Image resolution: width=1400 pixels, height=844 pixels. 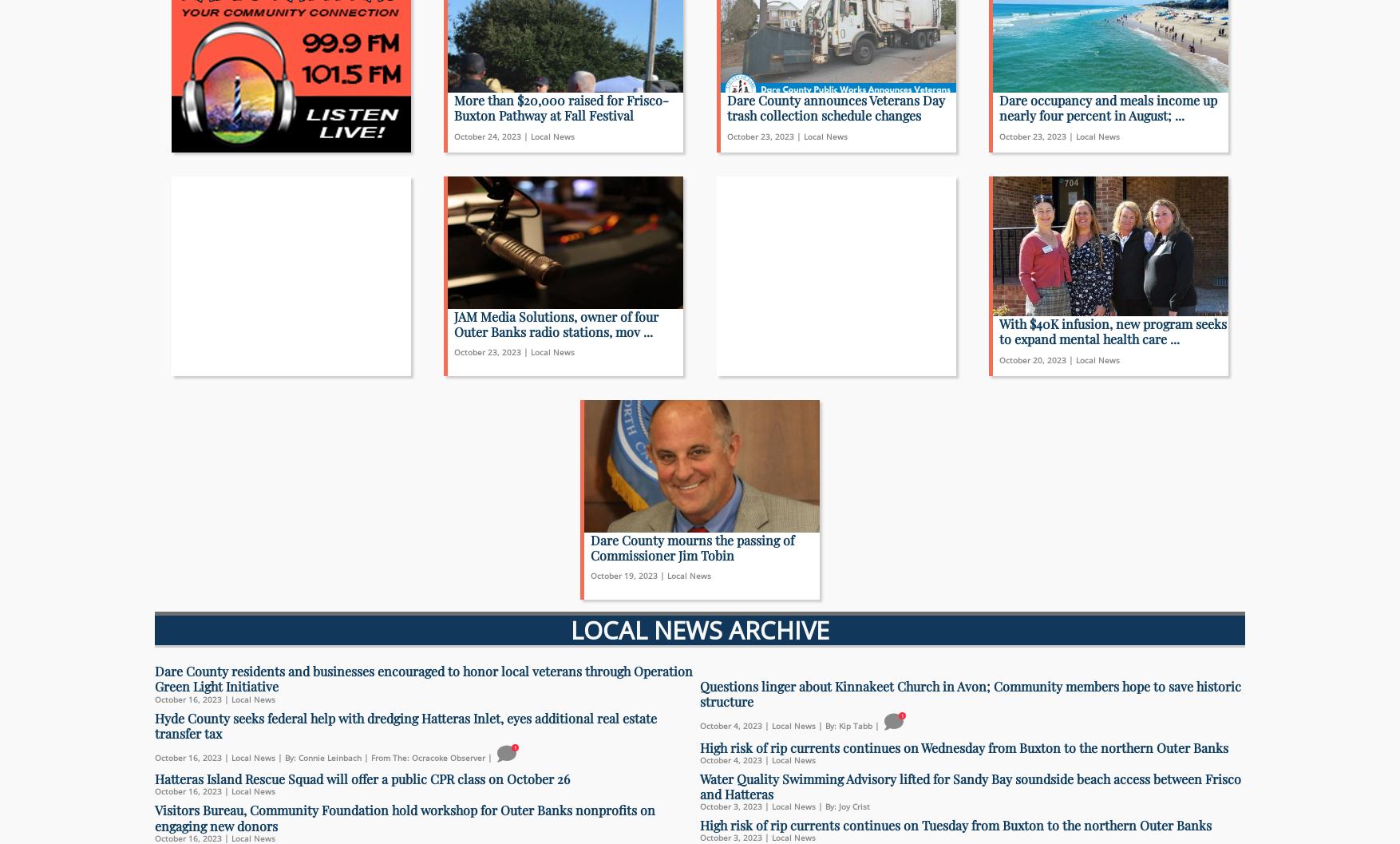 I want to click on 'Dare County residents and businesses encouraged to honor local veterans through Operation Green Light Initiative', so click(x=423, y=678).